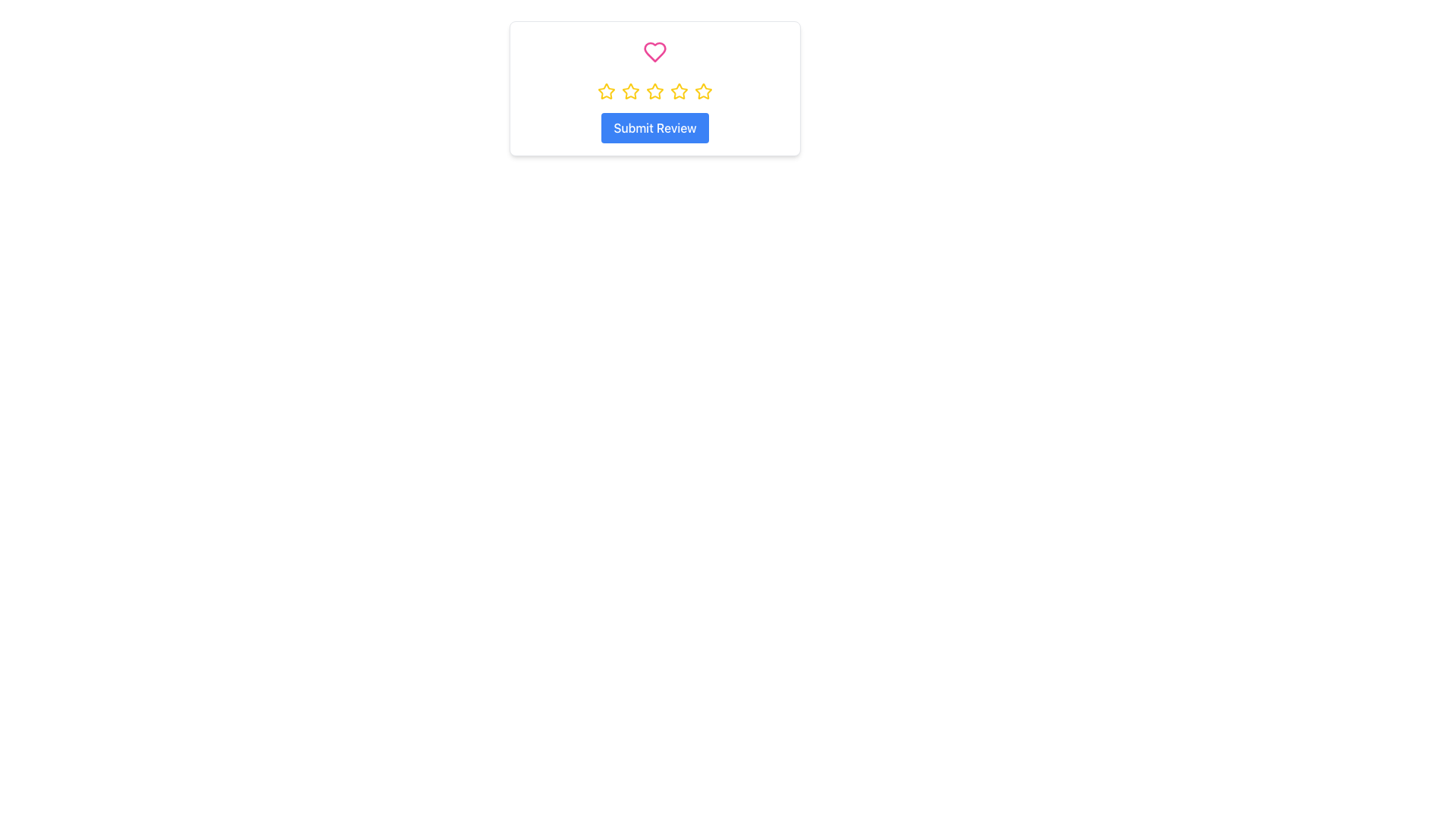 This screenshot has height=819, width=1456. What do you see at coordinates (679, 91) in the screenshot?
I see `the third yellow star-shaped rating icon in a series of five` at bounding box center [679, 91].